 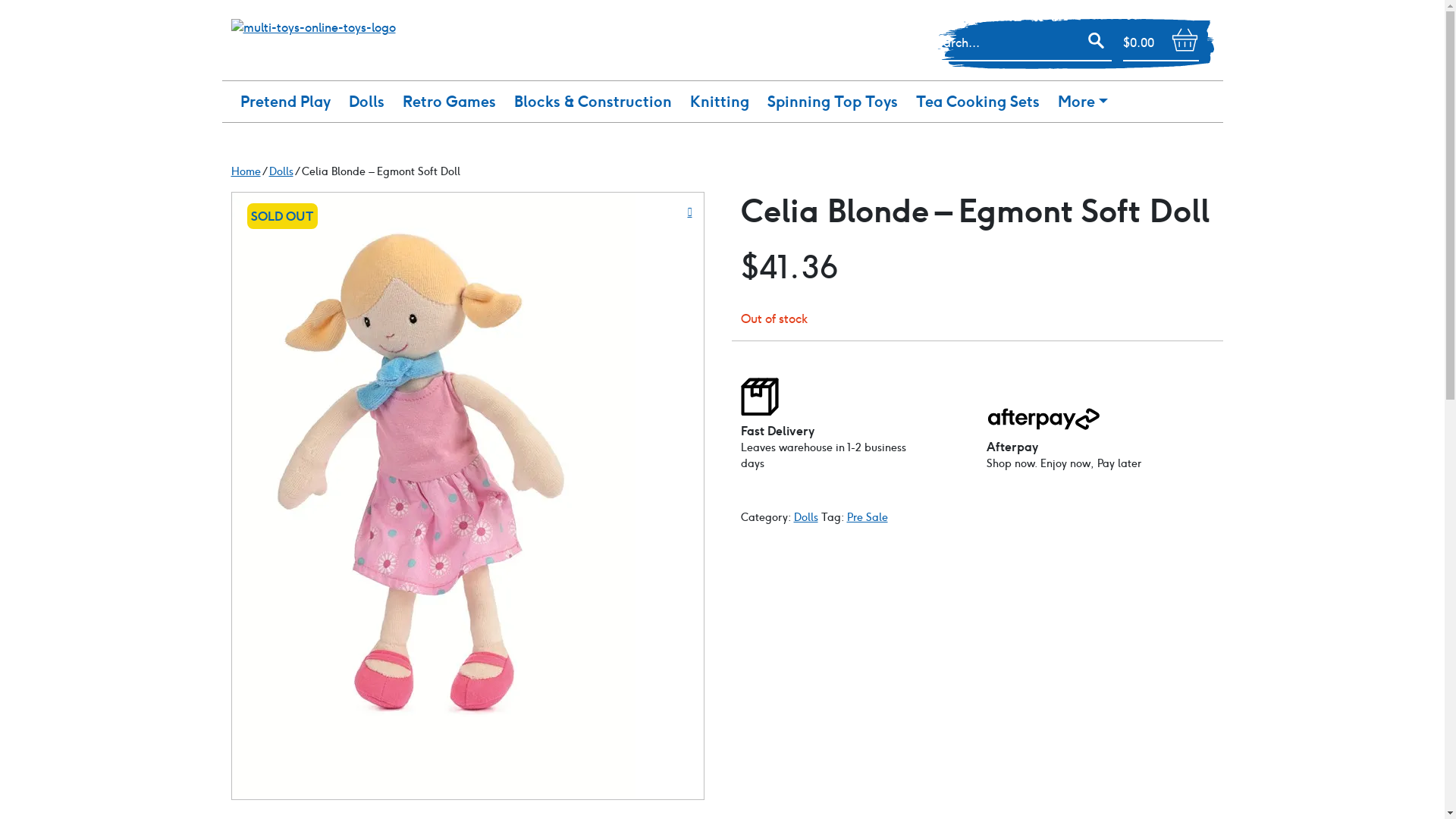 What do you see at coordinates (229, 171) in the screenshot?
I see `'Home'` at bounding box center [229, 171].